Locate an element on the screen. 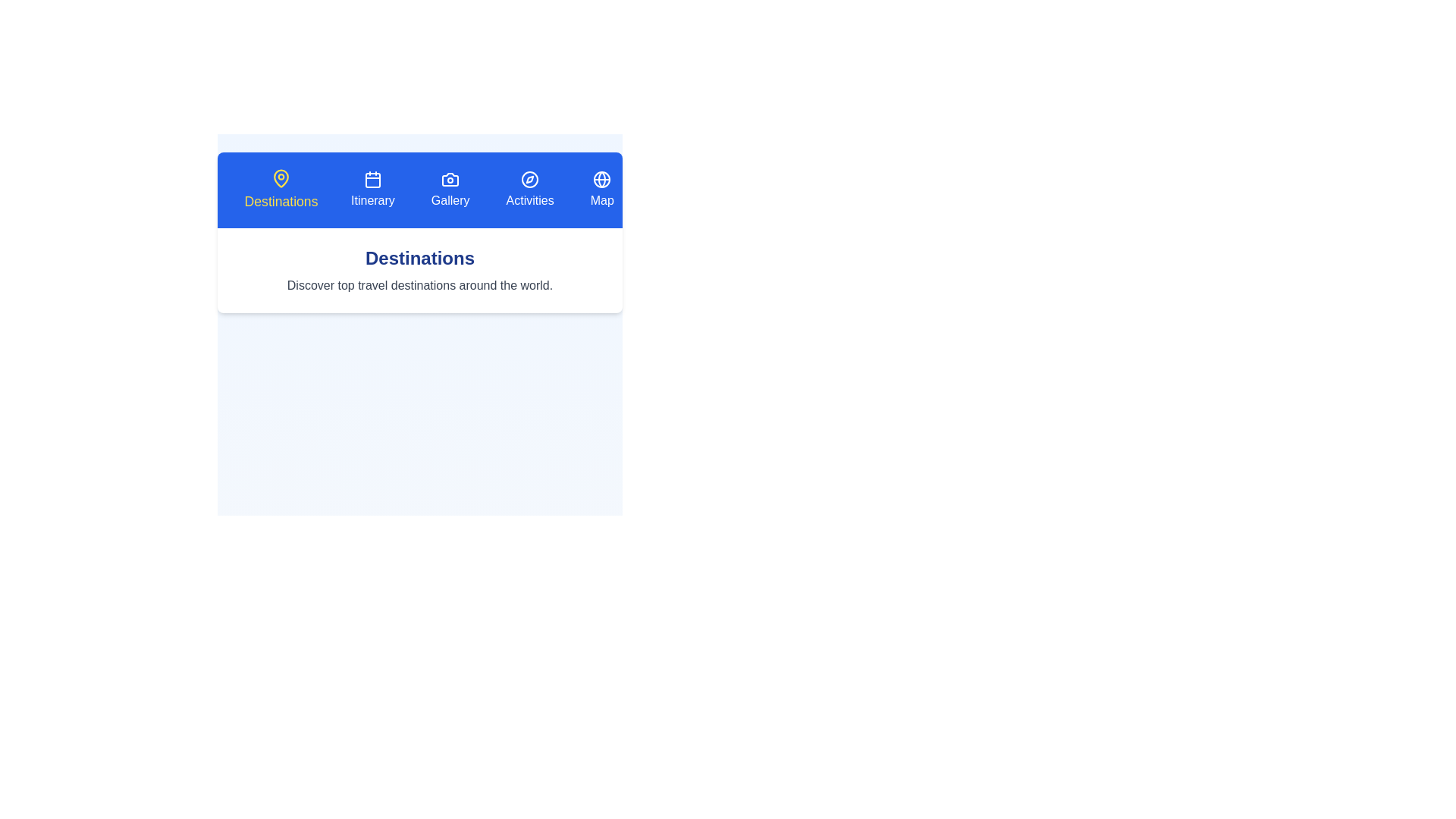 The image size is (1456, 819). text label for the 'Activities' menu button, which is the fourth option in the menu bar at the top-right section of the application interface is located at coordinates (530, 200).